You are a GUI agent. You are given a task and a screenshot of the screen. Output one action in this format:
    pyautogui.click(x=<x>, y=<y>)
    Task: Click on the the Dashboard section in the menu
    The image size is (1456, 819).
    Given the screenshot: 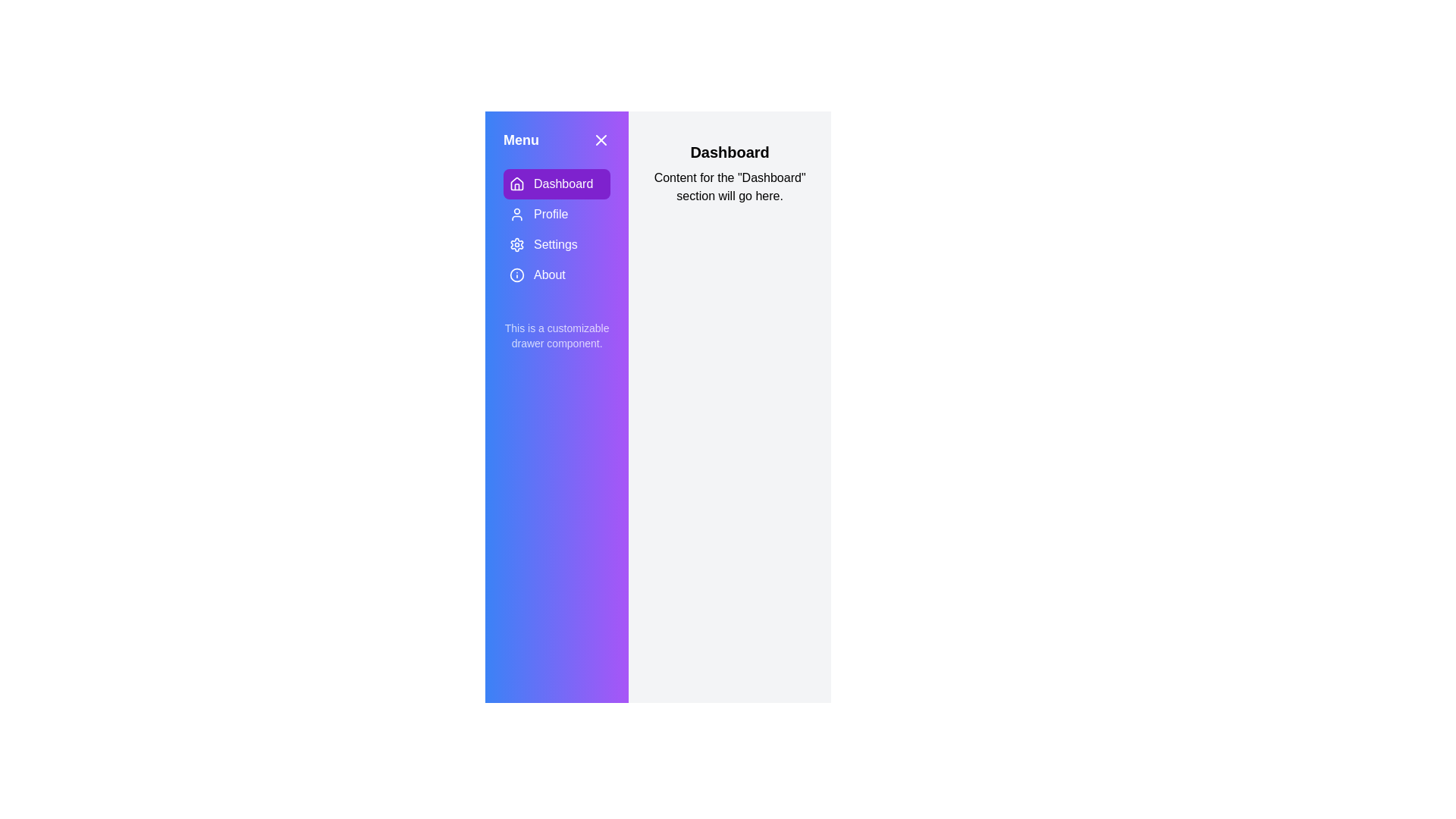 What is the action you would take?
    pyautogui.click(x=556, y=184)
    